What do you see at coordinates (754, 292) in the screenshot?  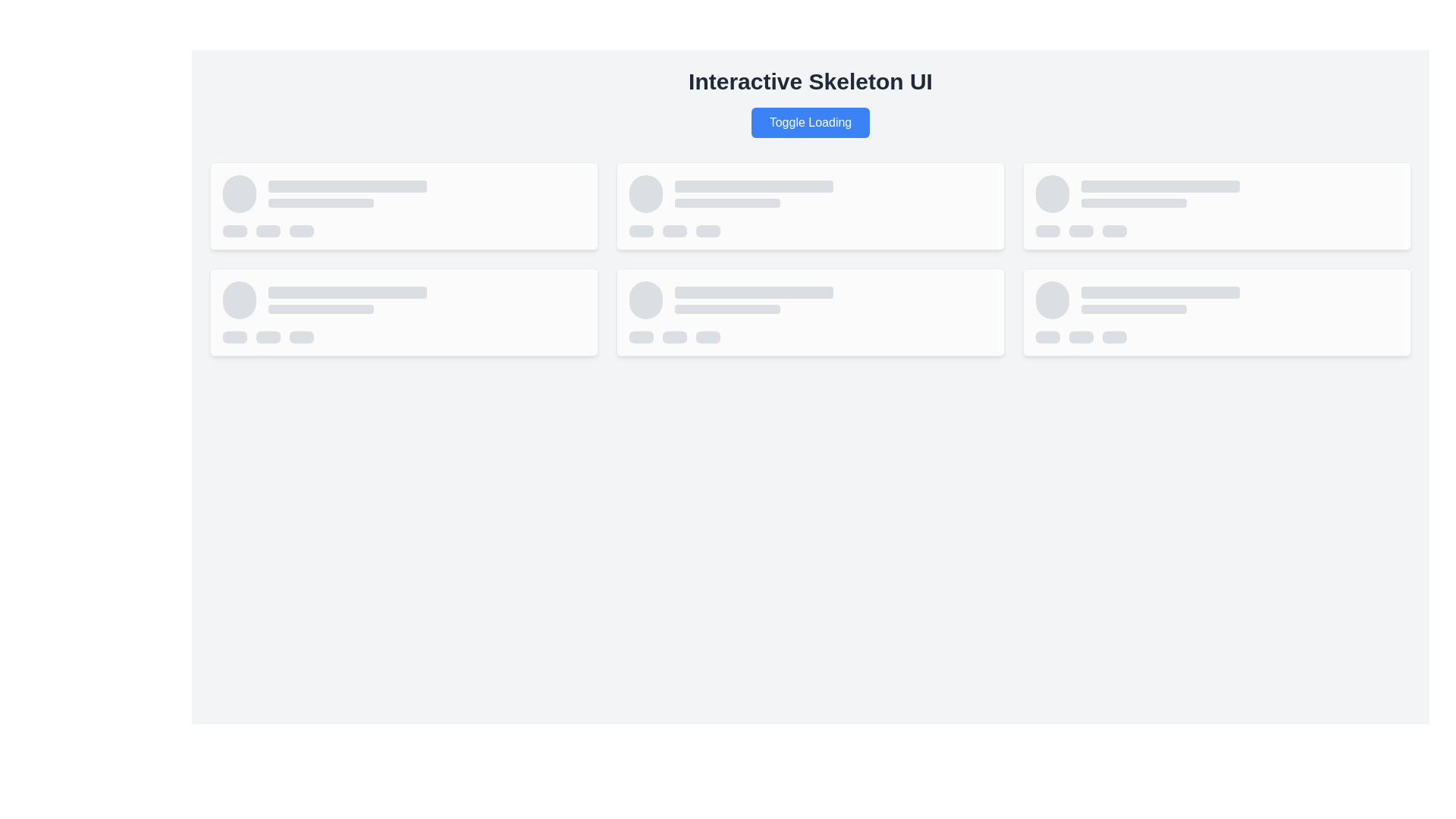 I see `the uppermost skeleton placeholder element in the vertical stack located in the lower portion of the middle card in the second row of a grid layout` at bounding box center [754, 292].